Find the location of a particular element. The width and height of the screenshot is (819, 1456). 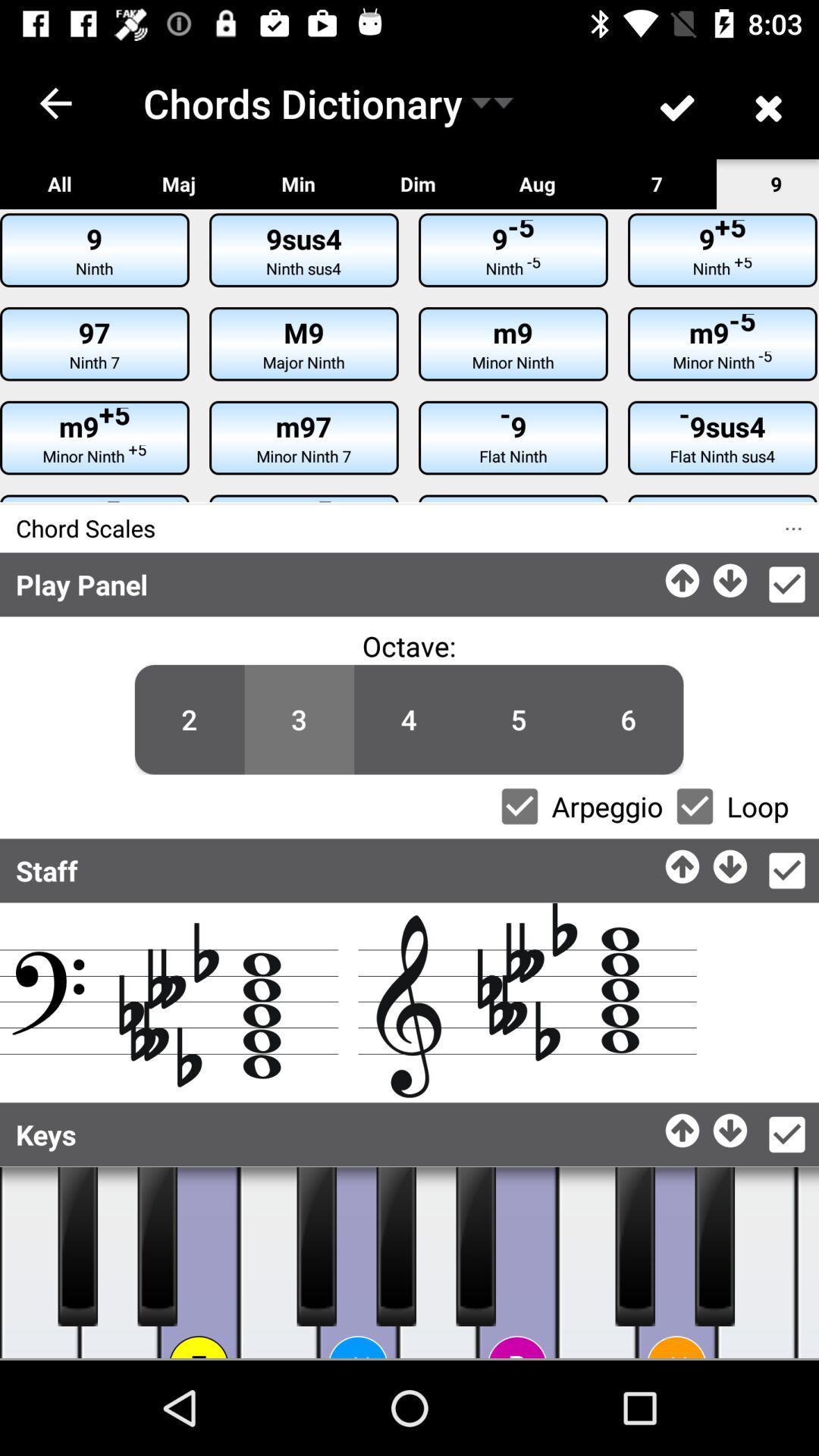

piano black key is located at coordinates (635, 1246).